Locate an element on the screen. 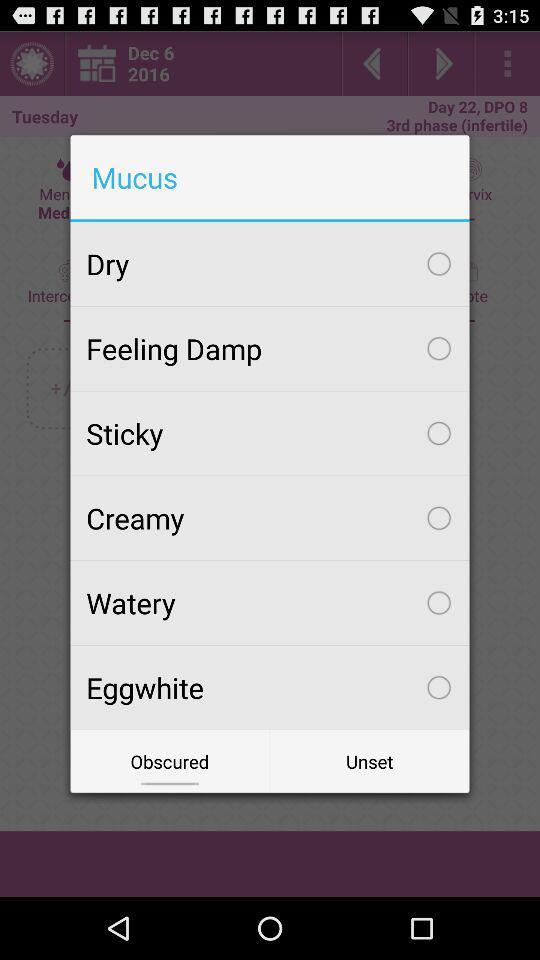 Image resolution: width=540 pixels, height=960 pixels. sticky is located at coordinates (270, 433).